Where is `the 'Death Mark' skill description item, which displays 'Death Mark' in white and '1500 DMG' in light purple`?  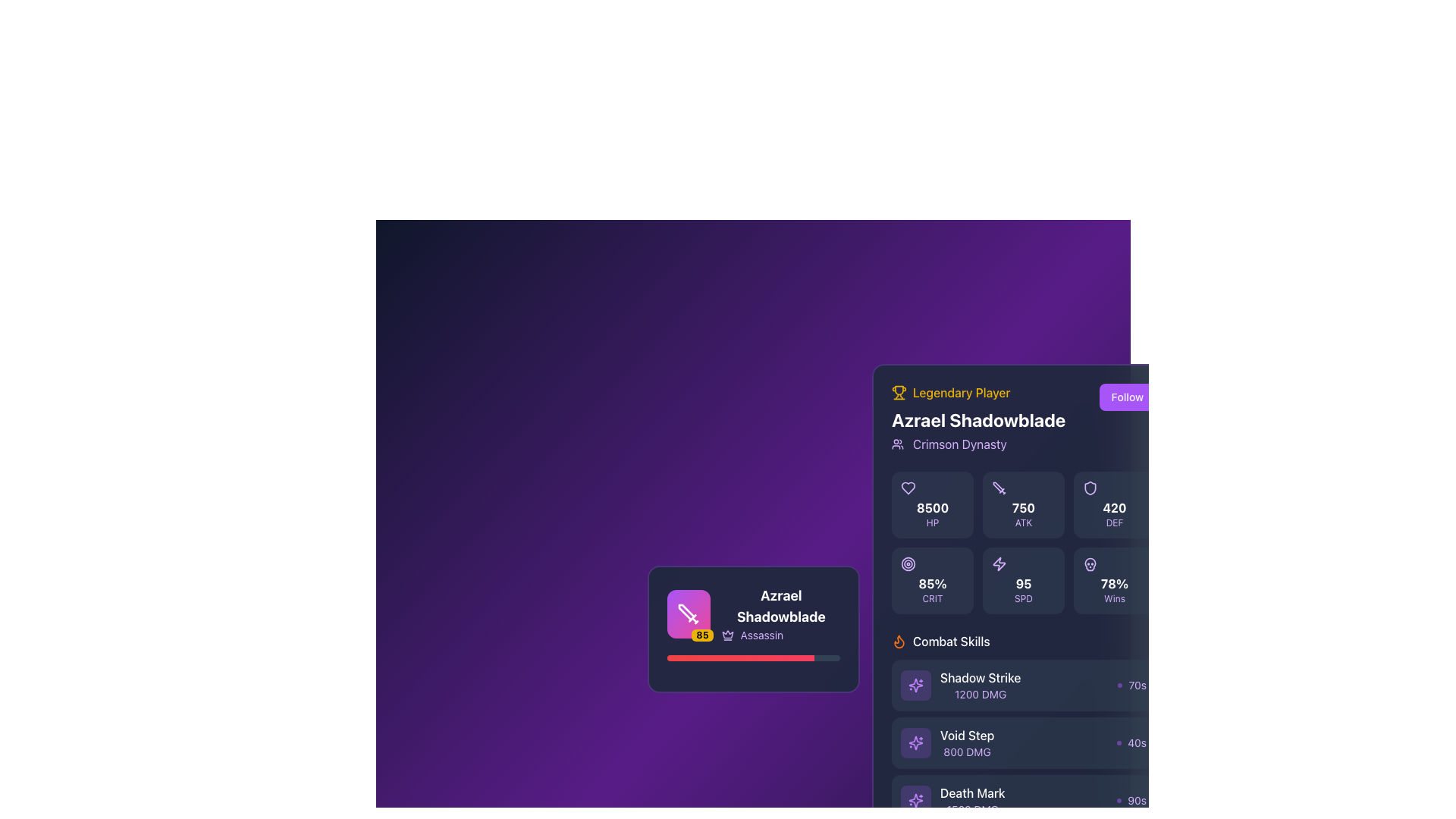 the 'Death Mark' skill description item, which displays 'Death Mark' in white and '1500 DMG' in light purple is located at coordinates (952, 800).